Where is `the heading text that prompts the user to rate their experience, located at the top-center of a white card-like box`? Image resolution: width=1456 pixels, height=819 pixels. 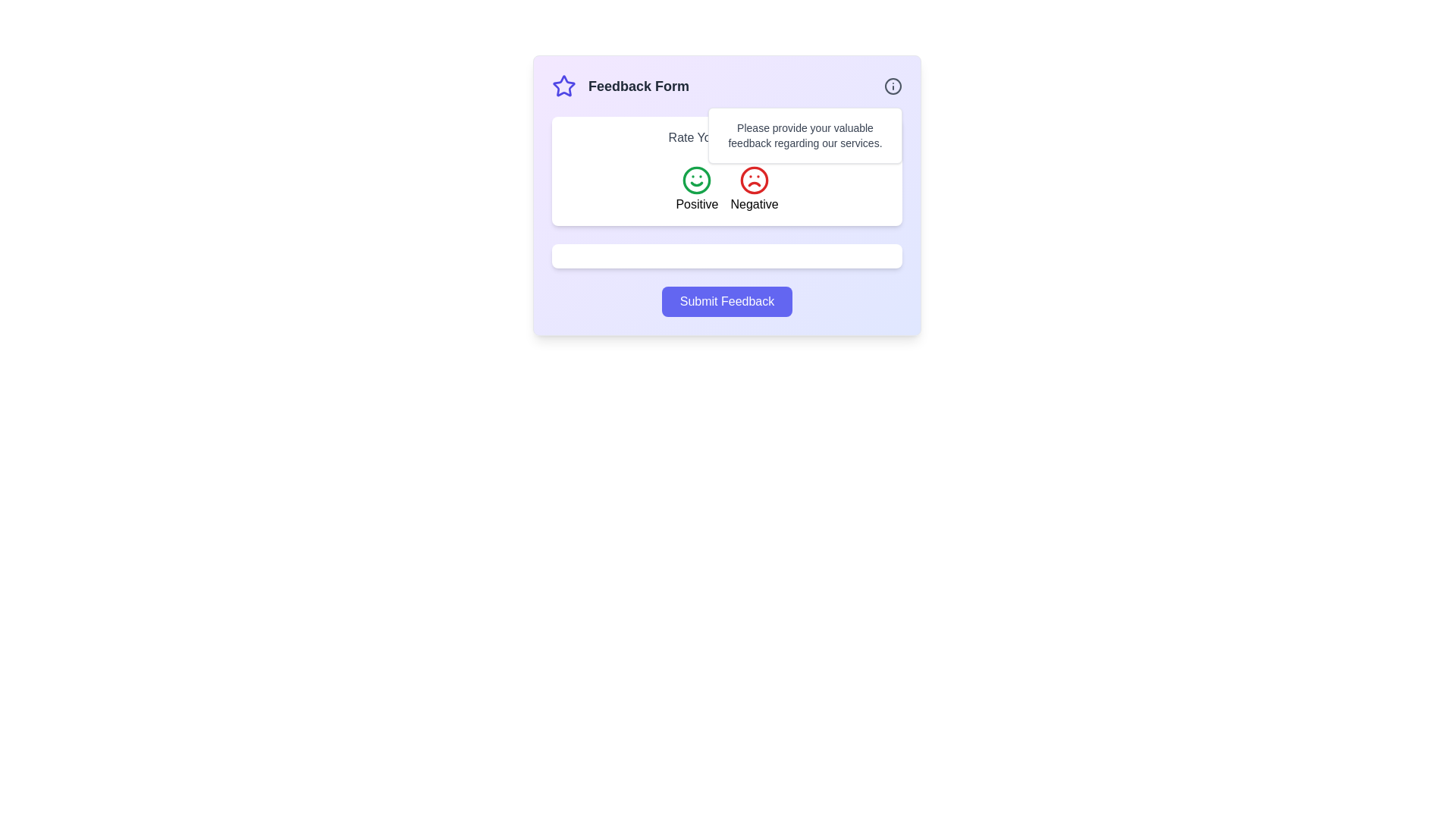
the heading text that prompts the user to rate their experience, located at the top-center of a white card-like box is located at coordinates (726, 137).